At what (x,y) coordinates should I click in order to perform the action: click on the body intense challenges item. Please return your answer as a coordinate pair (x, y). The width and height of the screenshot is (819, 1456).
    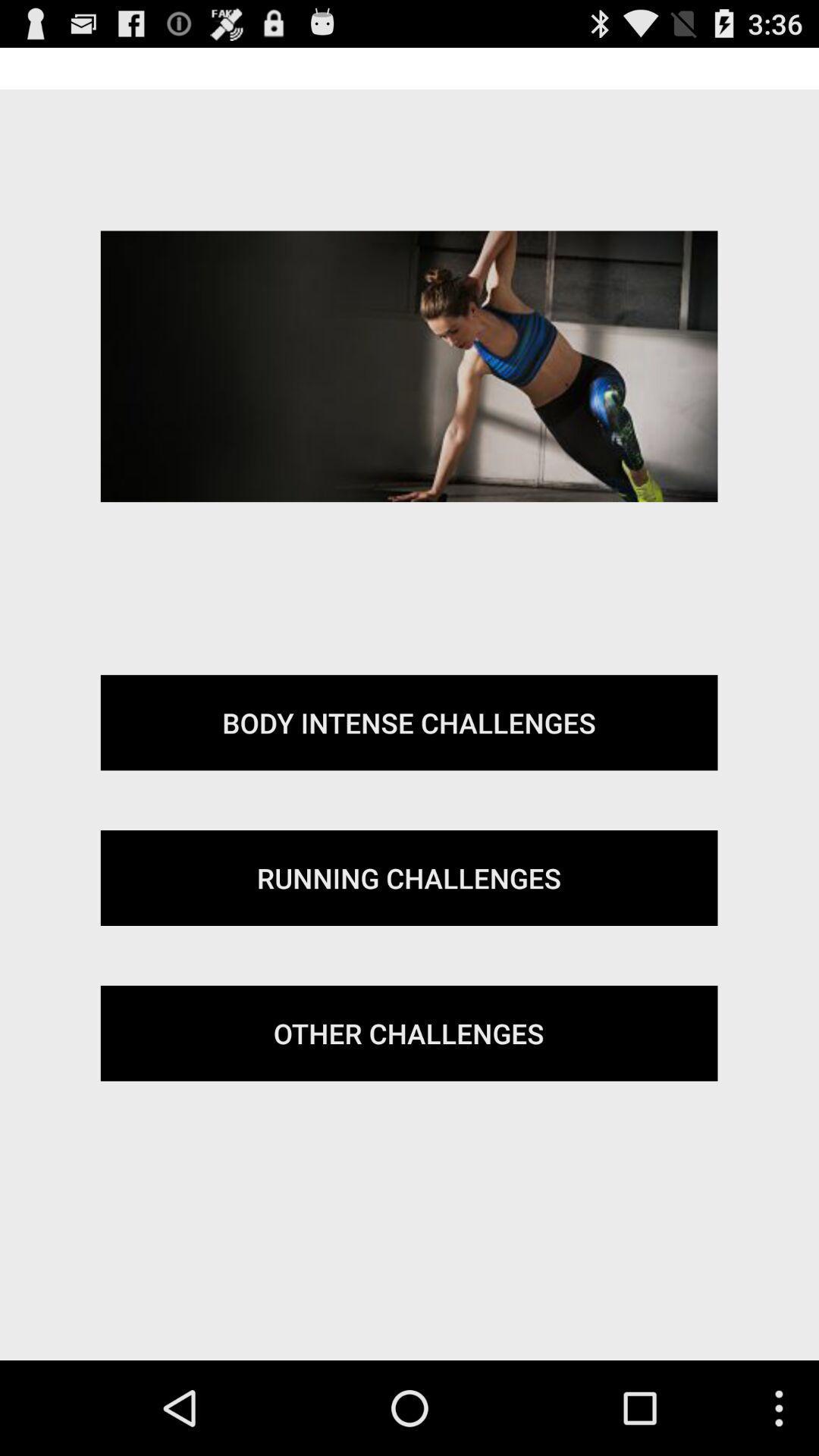
    Looking at the image, I should click on (408, 722).